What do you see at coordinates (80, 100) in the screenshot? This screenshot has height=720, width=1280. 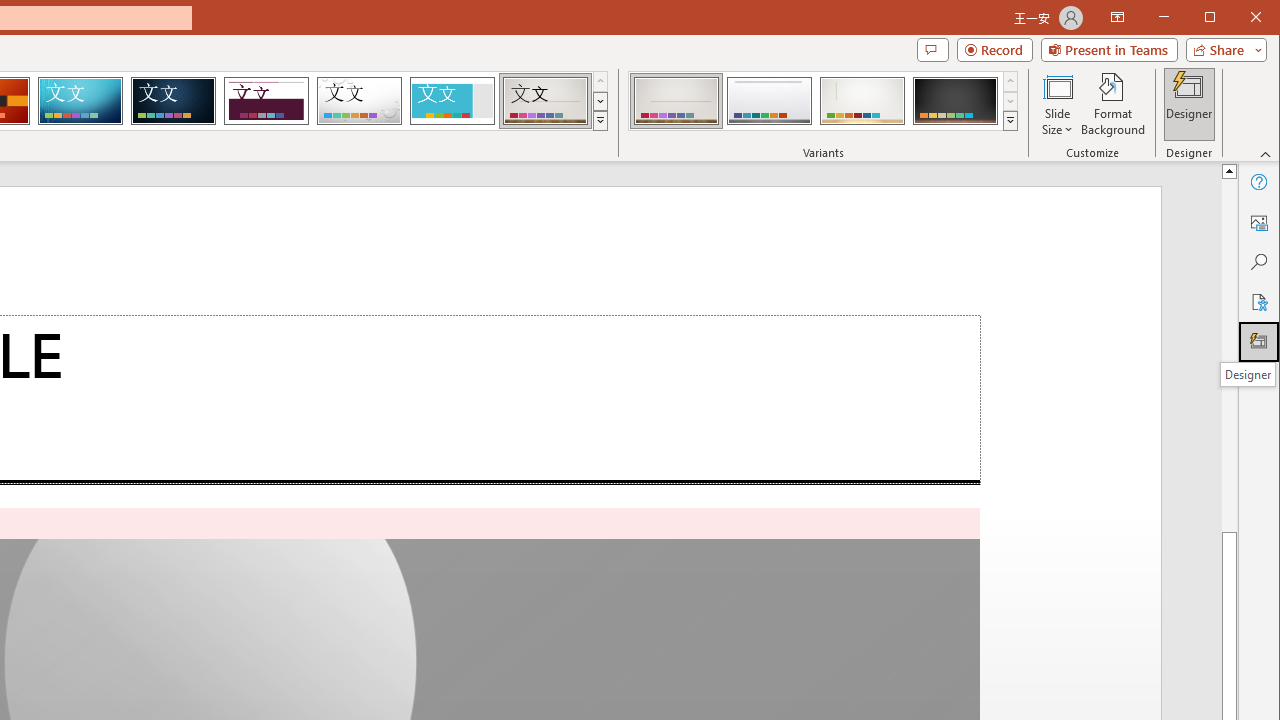 I see `'Circuit'` at bounding box center [80, 100].